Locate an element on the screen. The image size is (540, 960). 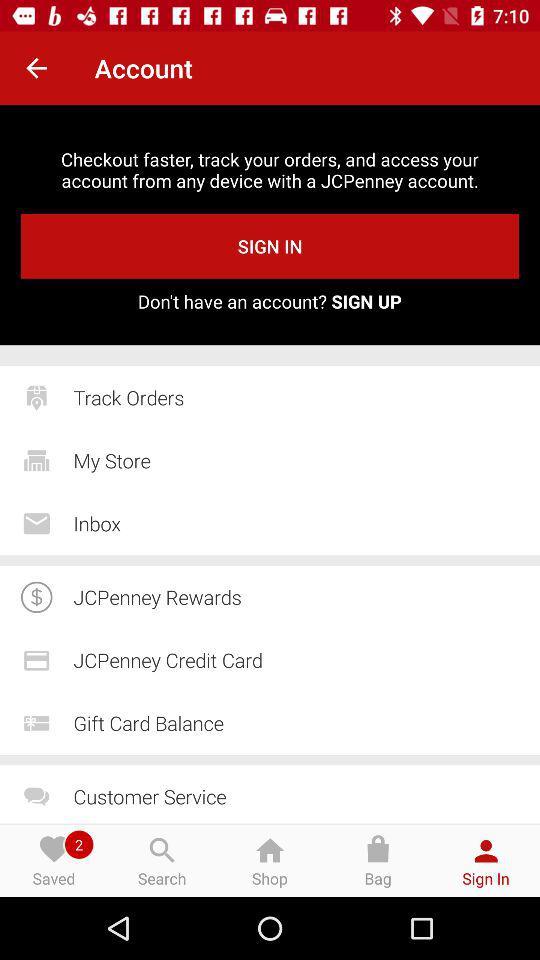
the item above the checkout faster track is located at coordinates (36, 68).